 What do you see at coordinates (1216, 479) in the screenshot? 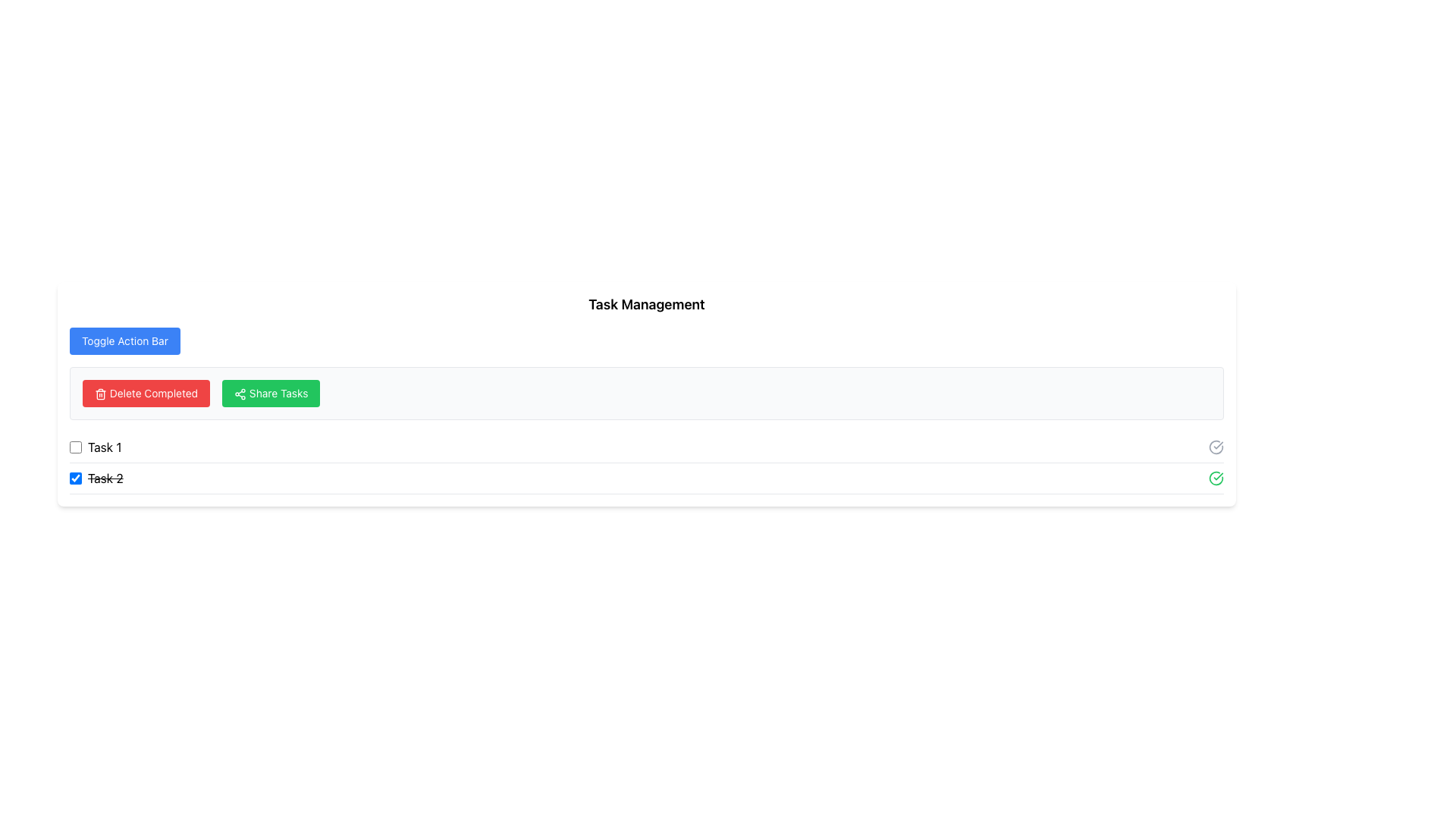
I see `the green circular icon with a check mark at the far right of the row labeled 'Task 2' to indicate task completion` at bounding box center [1216, 479].